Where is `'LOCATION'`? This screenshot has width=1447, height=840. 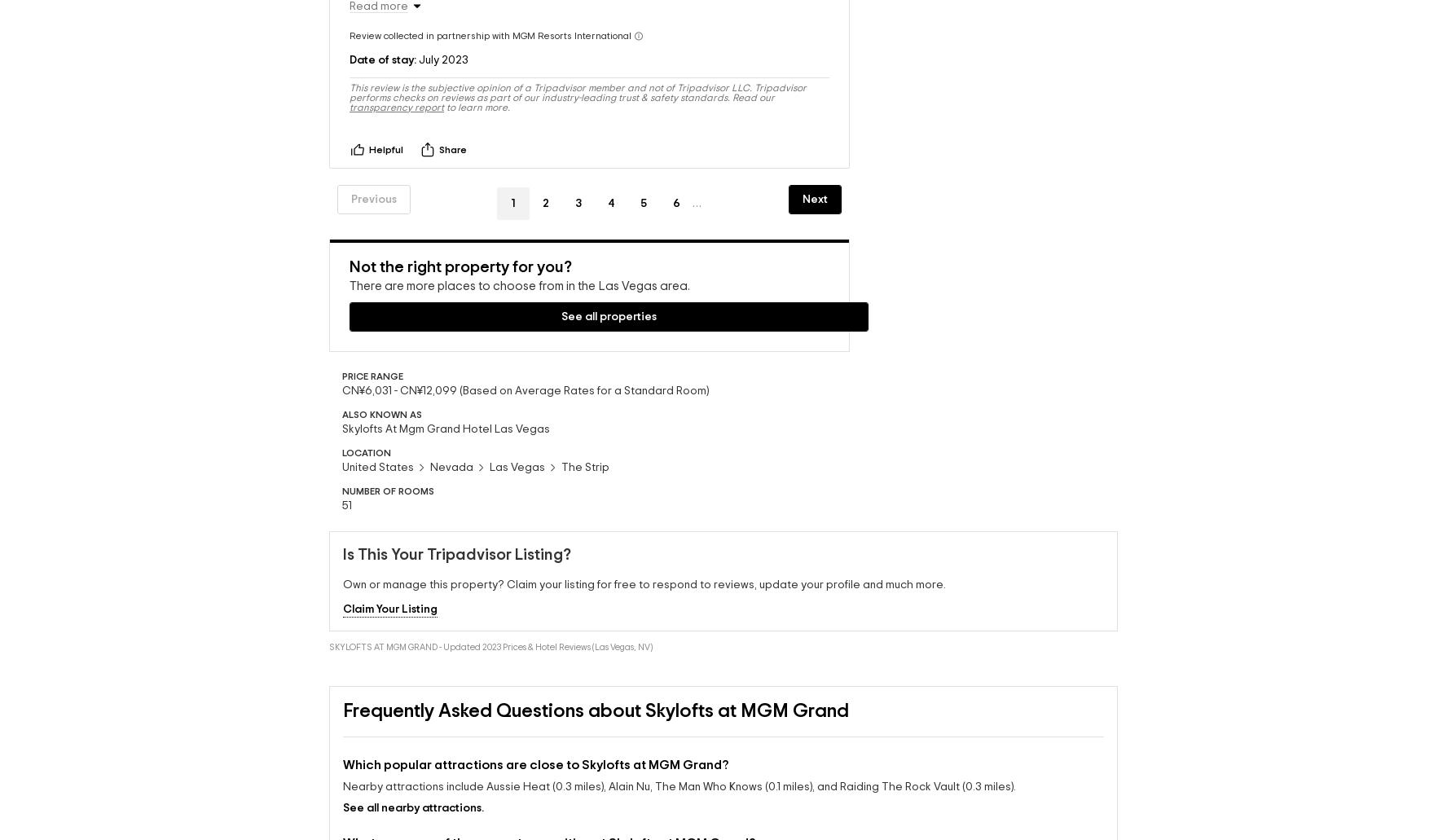 'LOCATION' is located at coordinates (366, 437).